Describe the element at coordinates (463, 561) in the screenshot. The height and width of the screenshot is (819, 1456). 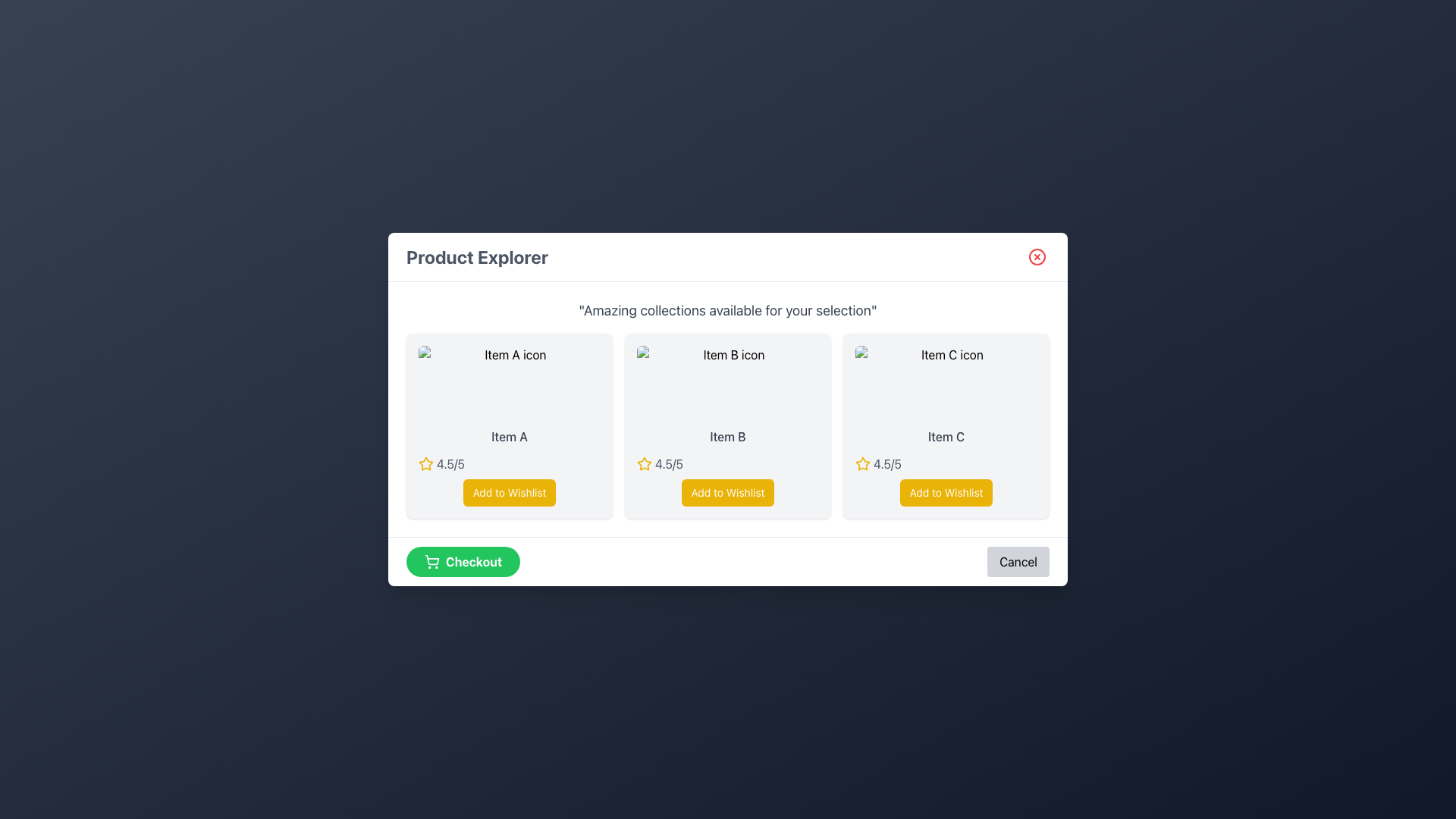
I see `the 'Checkout' button located in the lower left portion of the bar at the bottom of the interface to proceed to the checkout process` at that location.